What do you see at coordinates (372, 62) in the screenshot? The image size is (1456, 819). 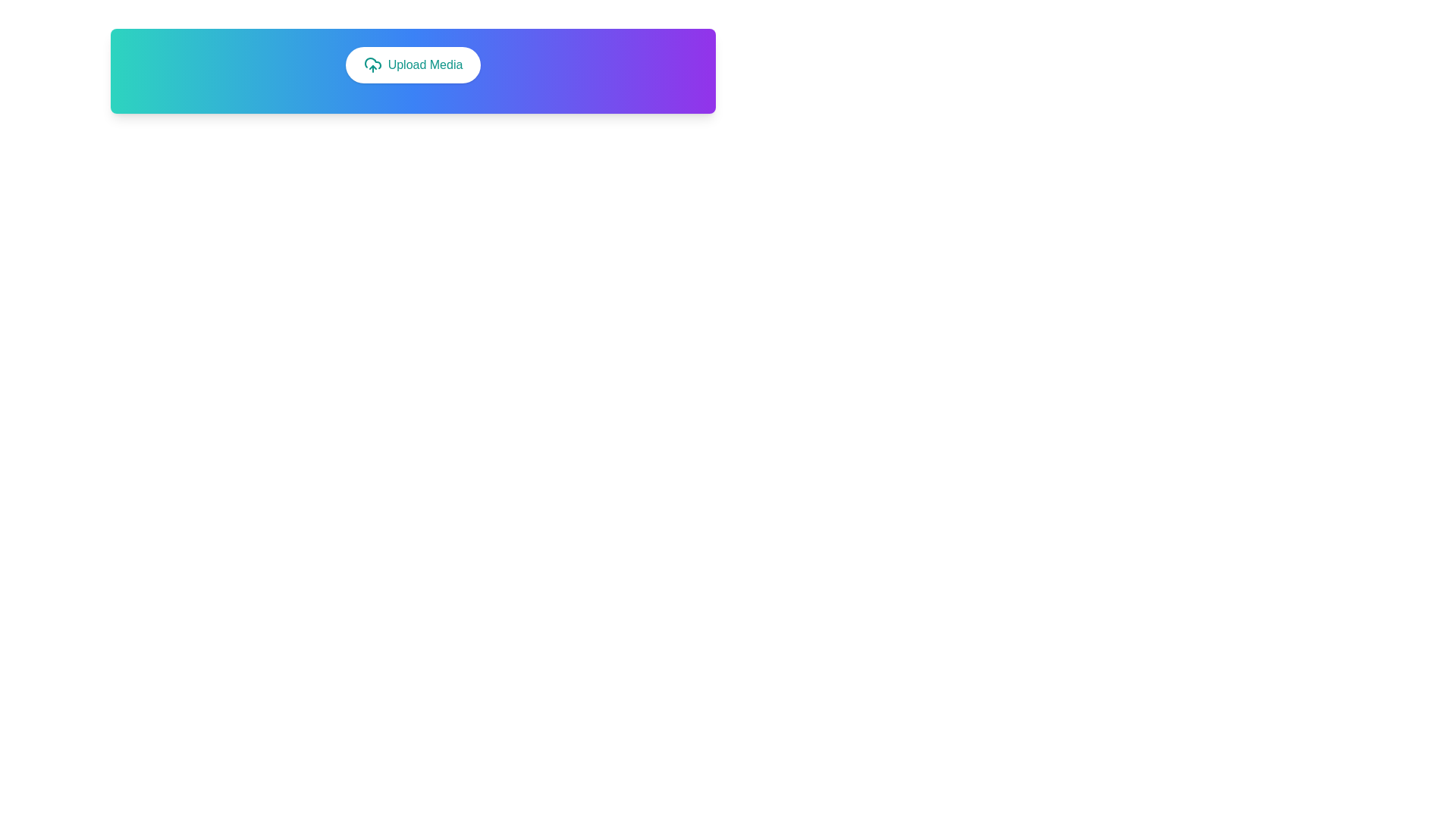 I see `the curved line forming part of the cloud shape in the upload icon, located to the left of the 'Upload Media' text button` at bounding box center [372, 62].